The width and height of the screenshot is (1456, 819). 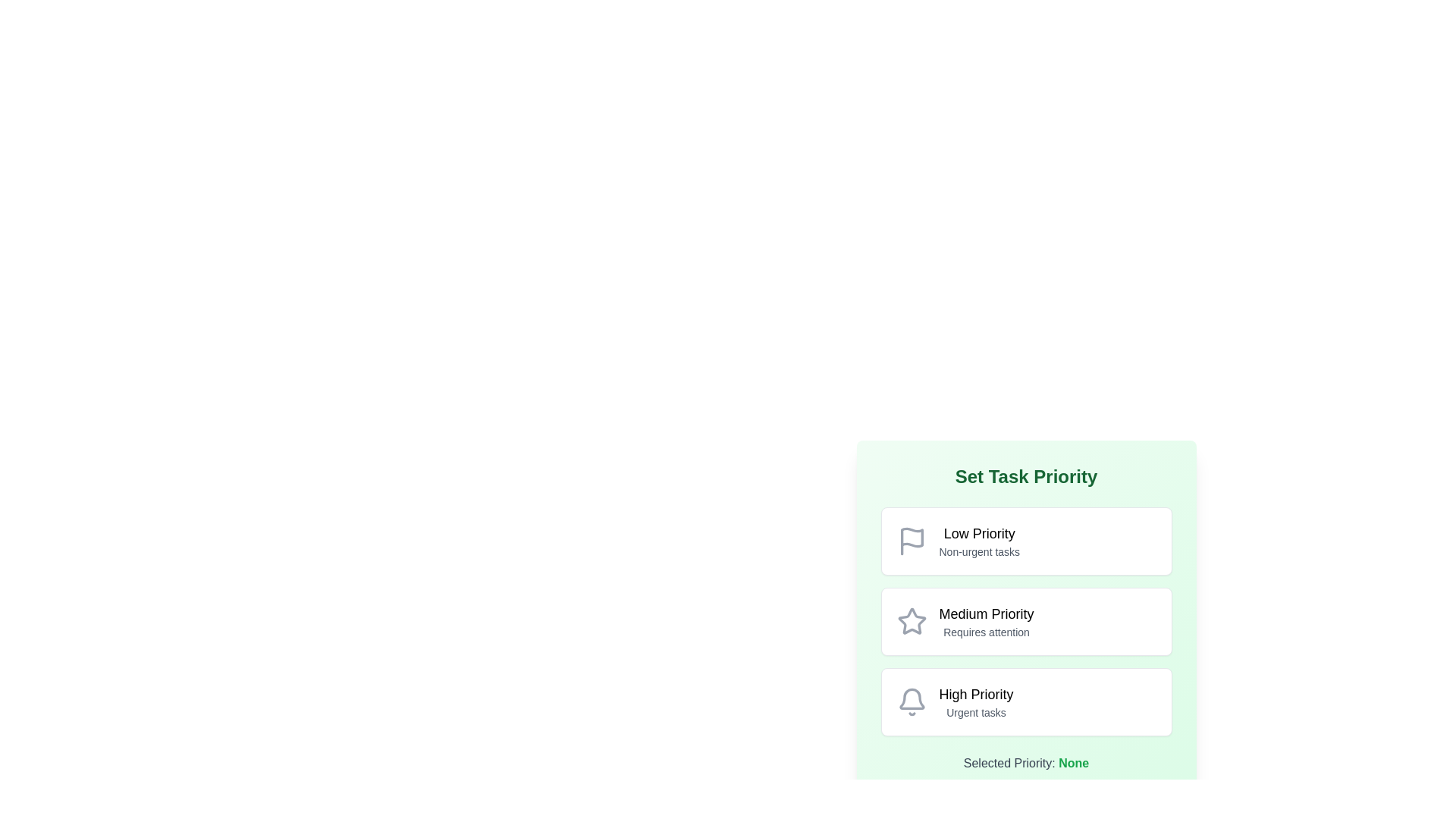 I want to click on the text label displaying 'Requires attention', which is positioned under the 'Medium Priority' label, indicating additional information about the medium priority option, so click(x=986, y=632).